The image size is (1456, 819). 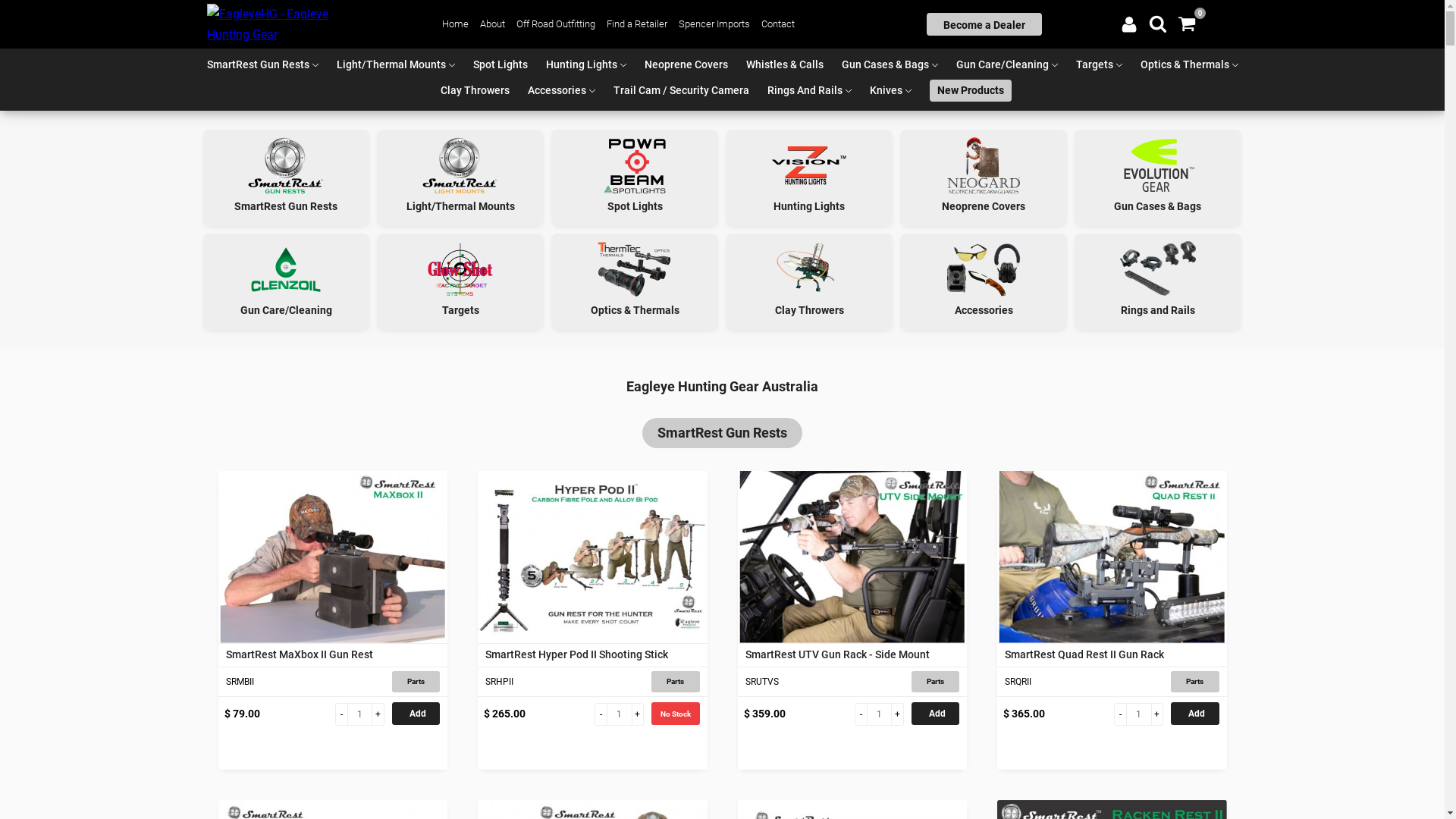 I want to click on 'SmartRest UTV Gun Rack - Side Mount', so click(x=852, y=654).